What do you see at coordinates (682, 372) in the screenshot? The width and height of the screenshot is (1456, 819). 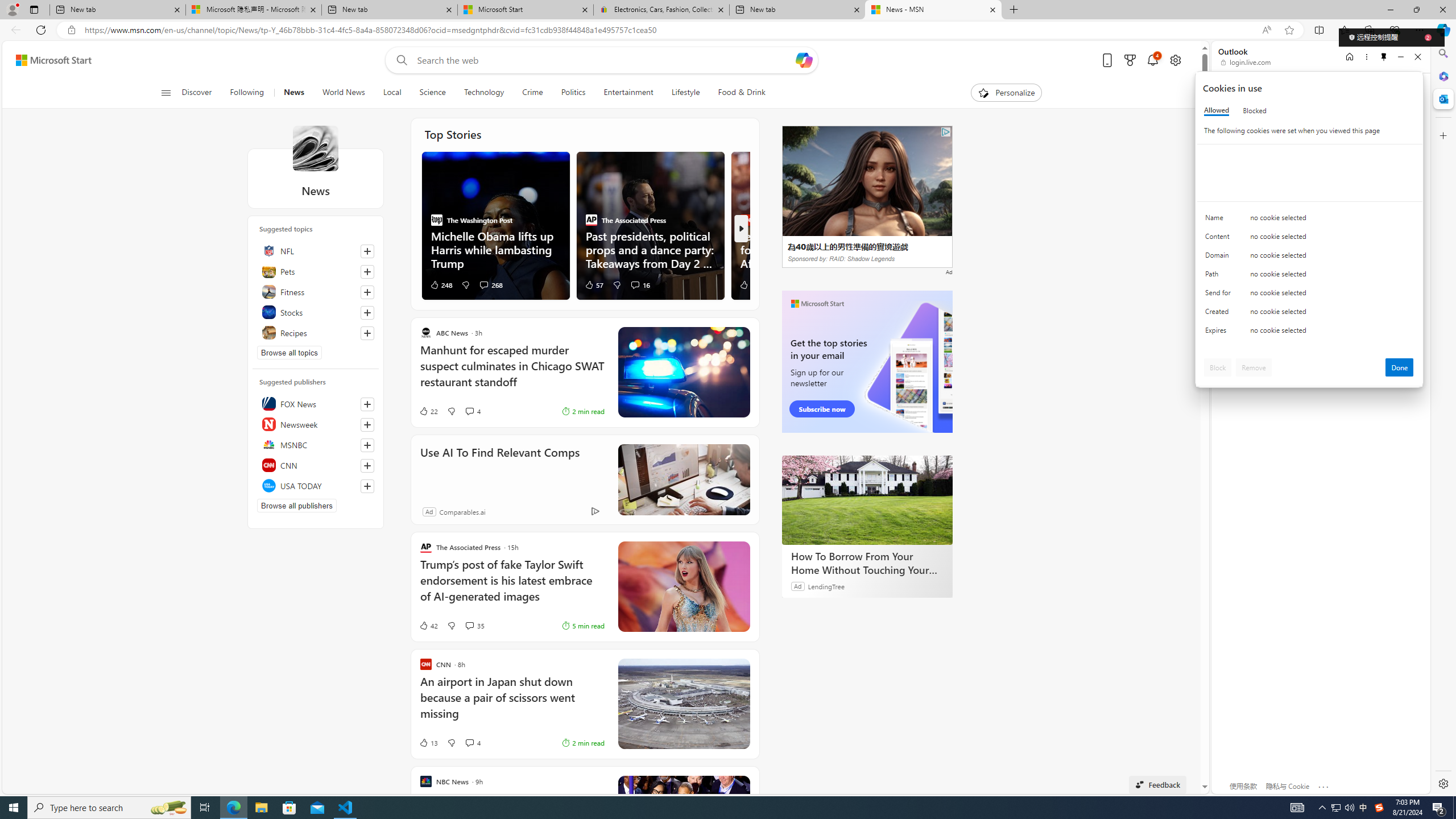 I see `'Police lights on a street at night.'` at bounding box center [682, 372].